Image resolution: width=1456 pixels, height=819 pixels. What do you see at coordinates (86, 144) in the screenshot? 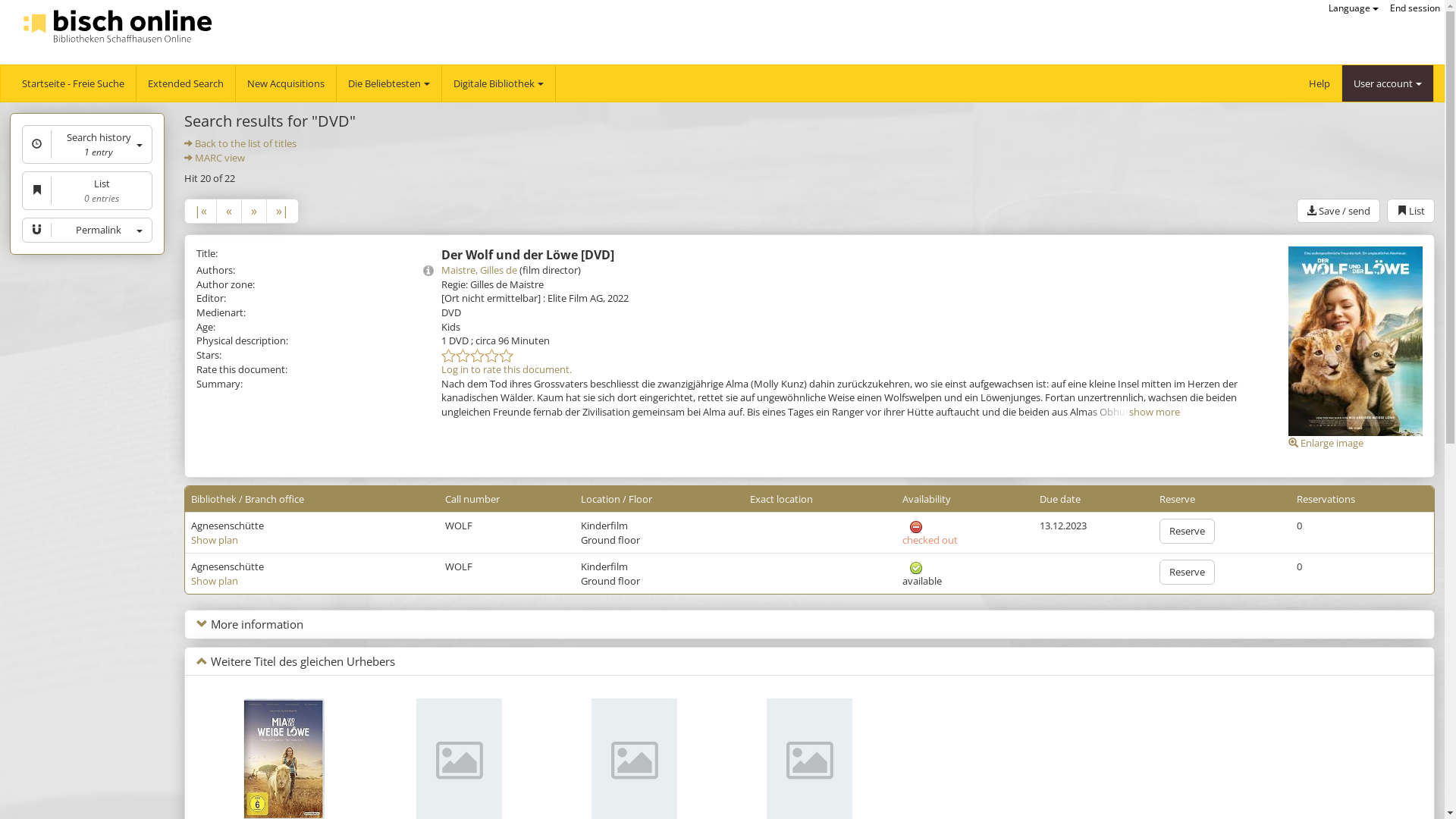
I see `'Search history` at bounding box center [86, 144].